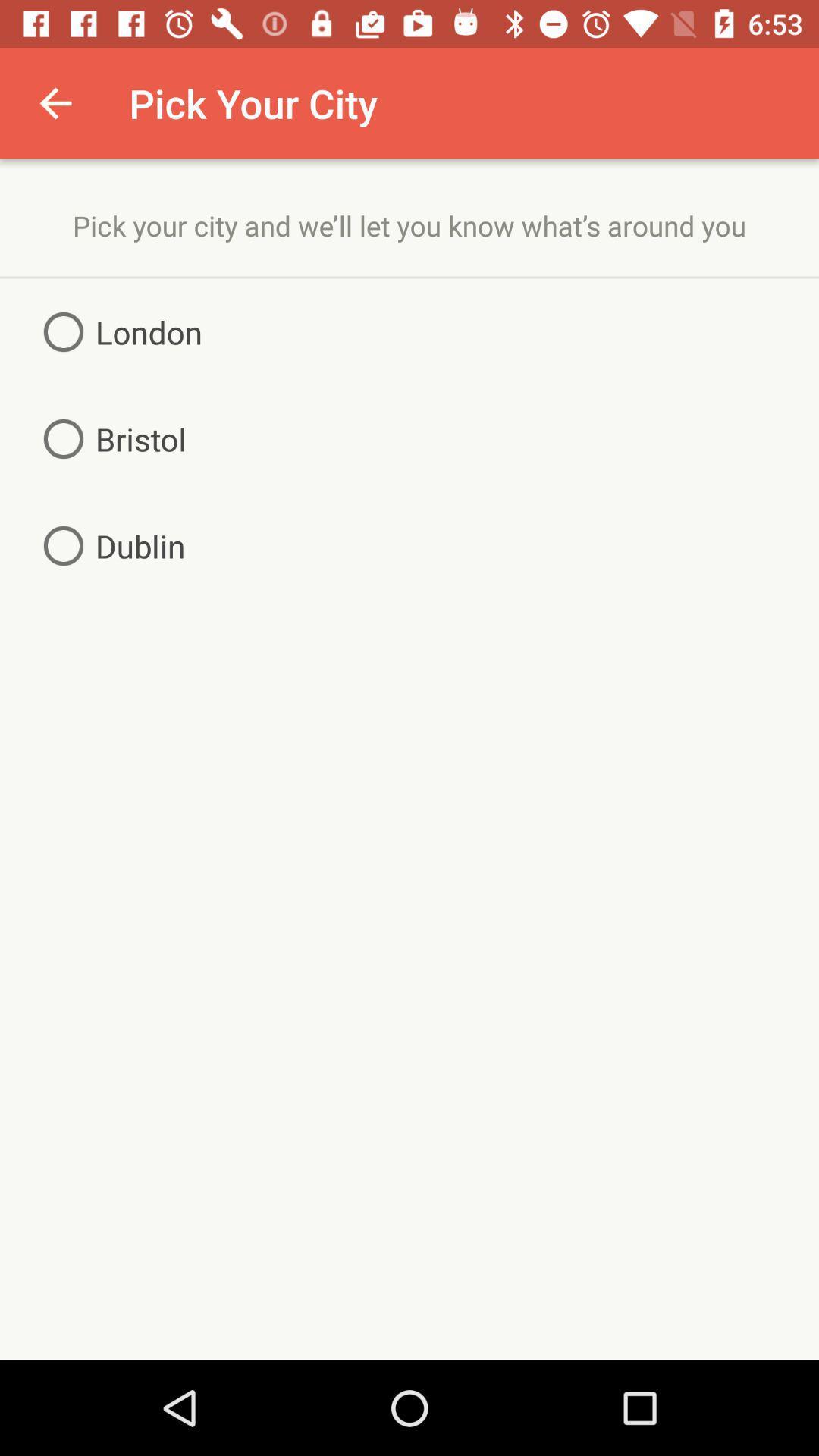 This screenshot has width=819, height=1456. I want to click on the icon to the left of  pick your city, so click(55, 102).